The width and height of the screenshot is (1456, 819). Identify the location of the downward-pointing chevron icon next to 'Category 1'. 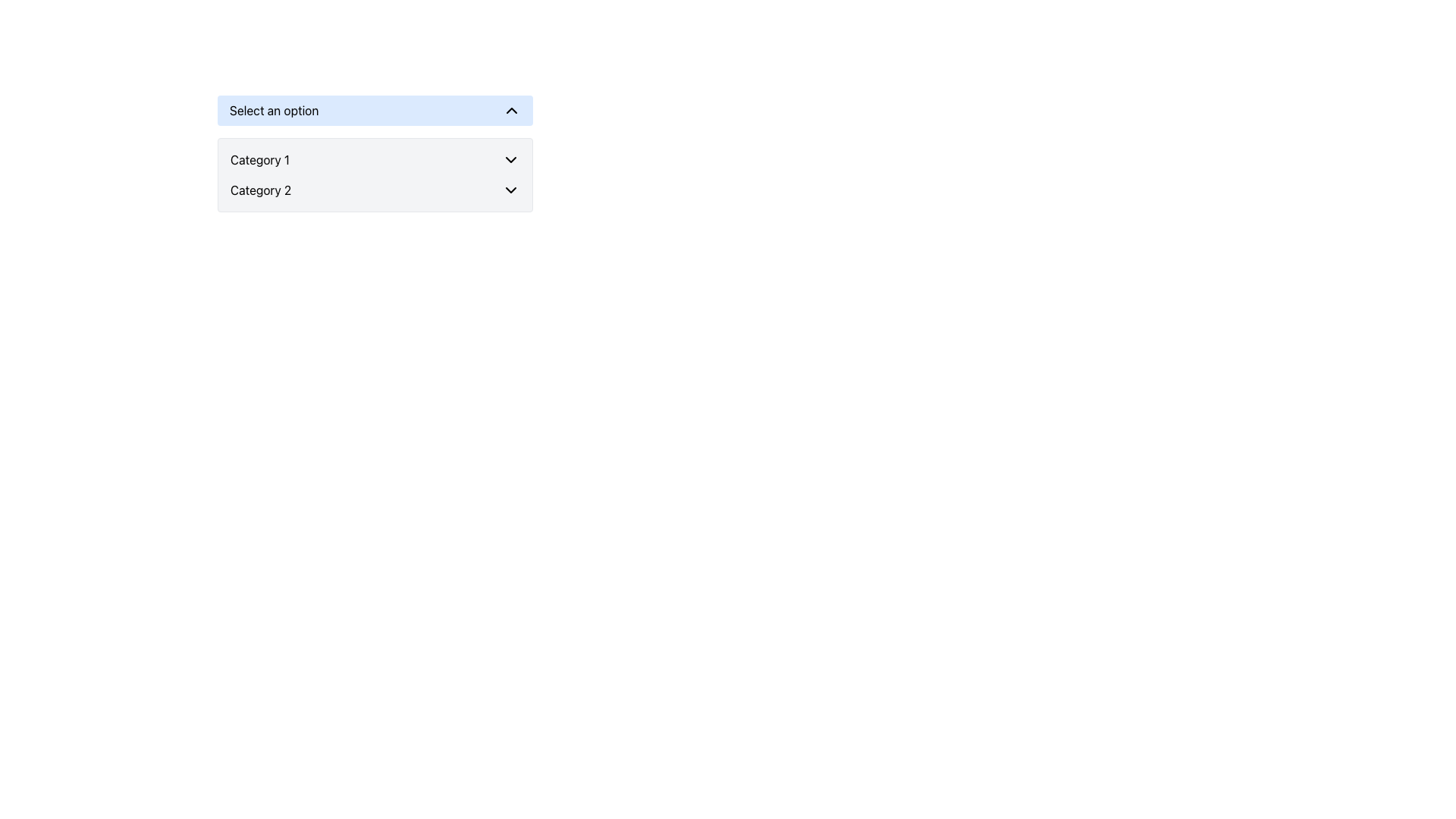
(510, 160).